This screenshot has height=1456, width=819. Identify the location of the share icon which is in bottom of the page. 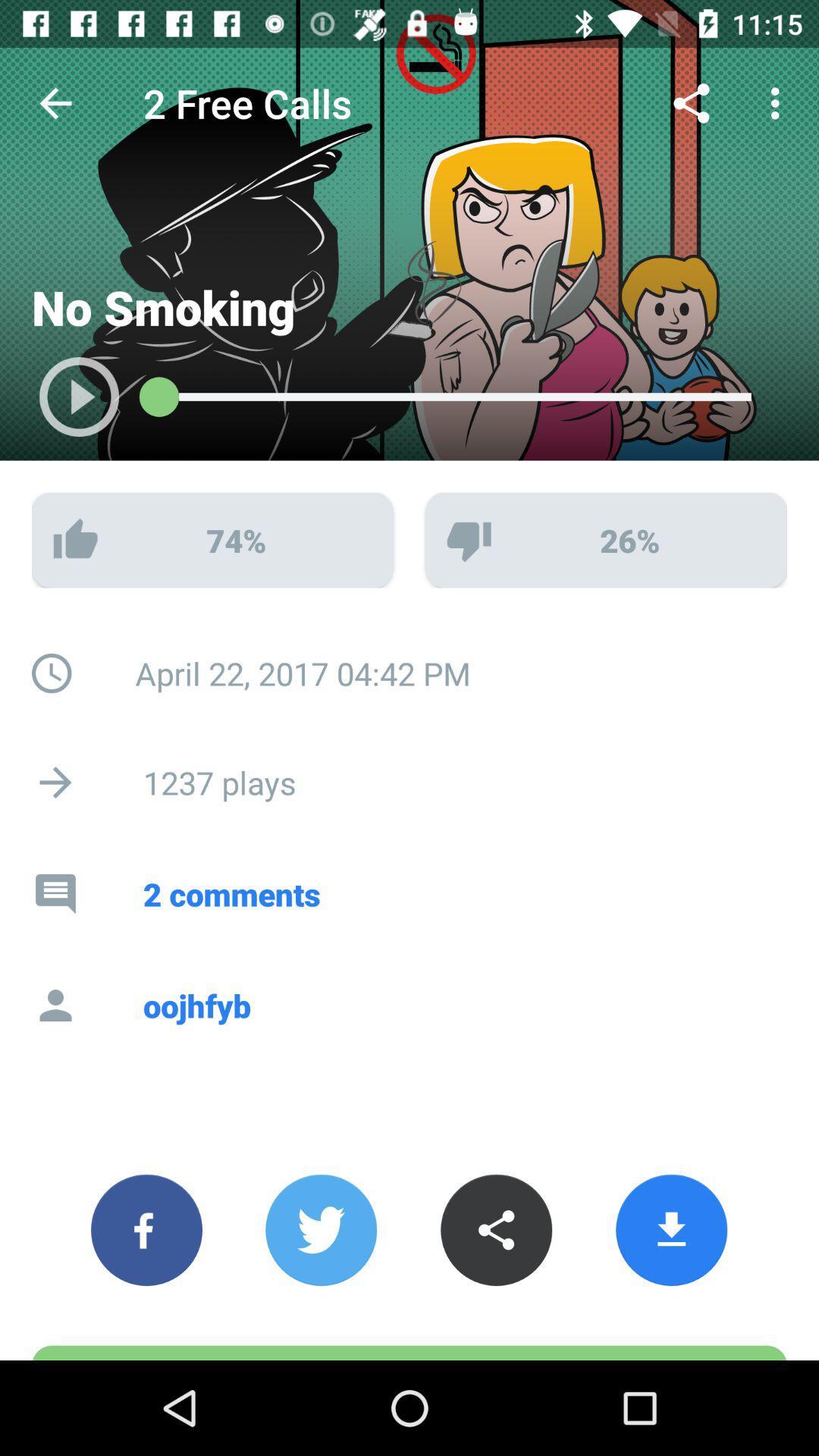
(496, 1230).